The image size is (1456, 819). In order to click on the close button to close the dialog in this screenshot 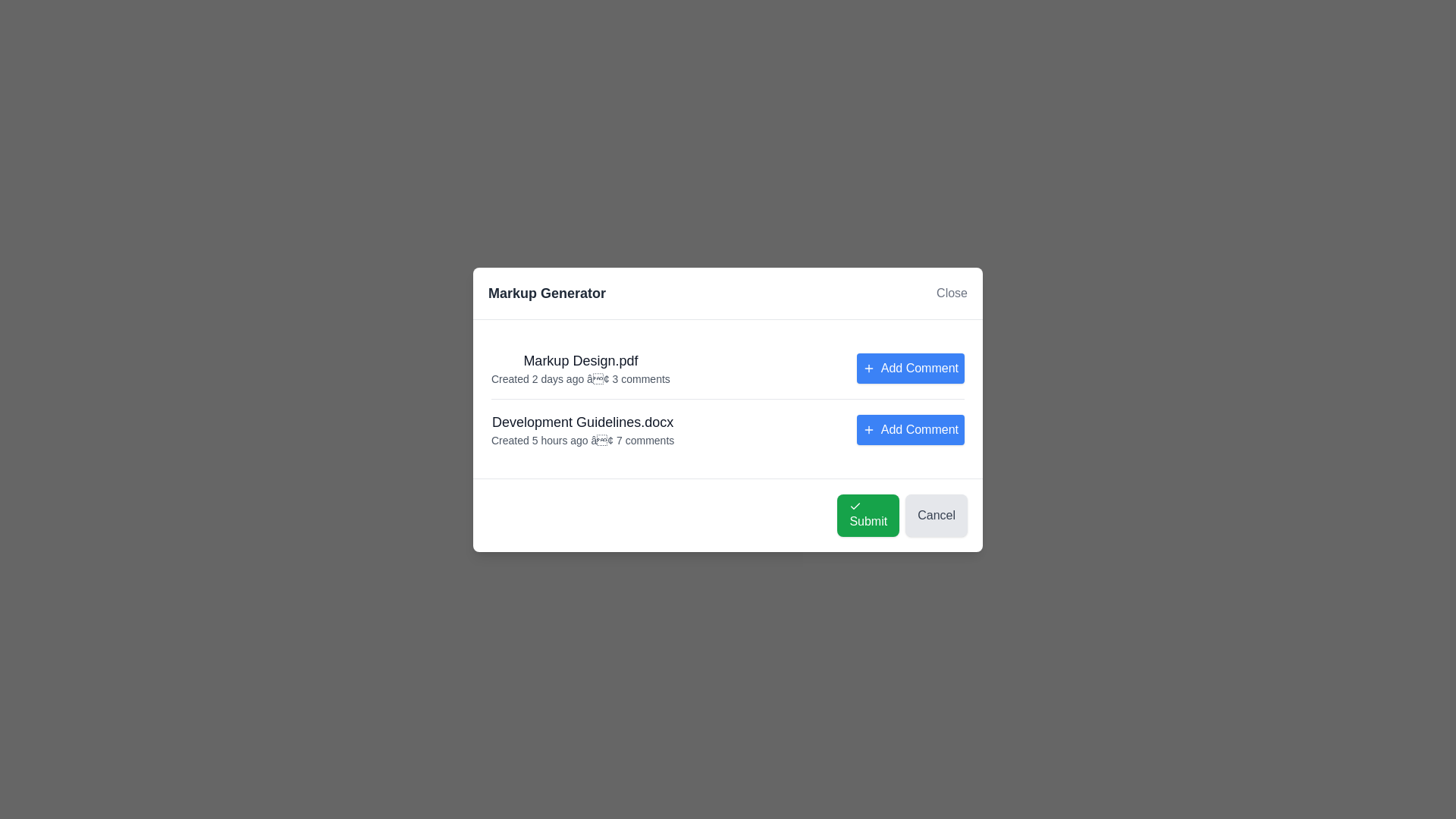, I will do `click(950, 292)`.